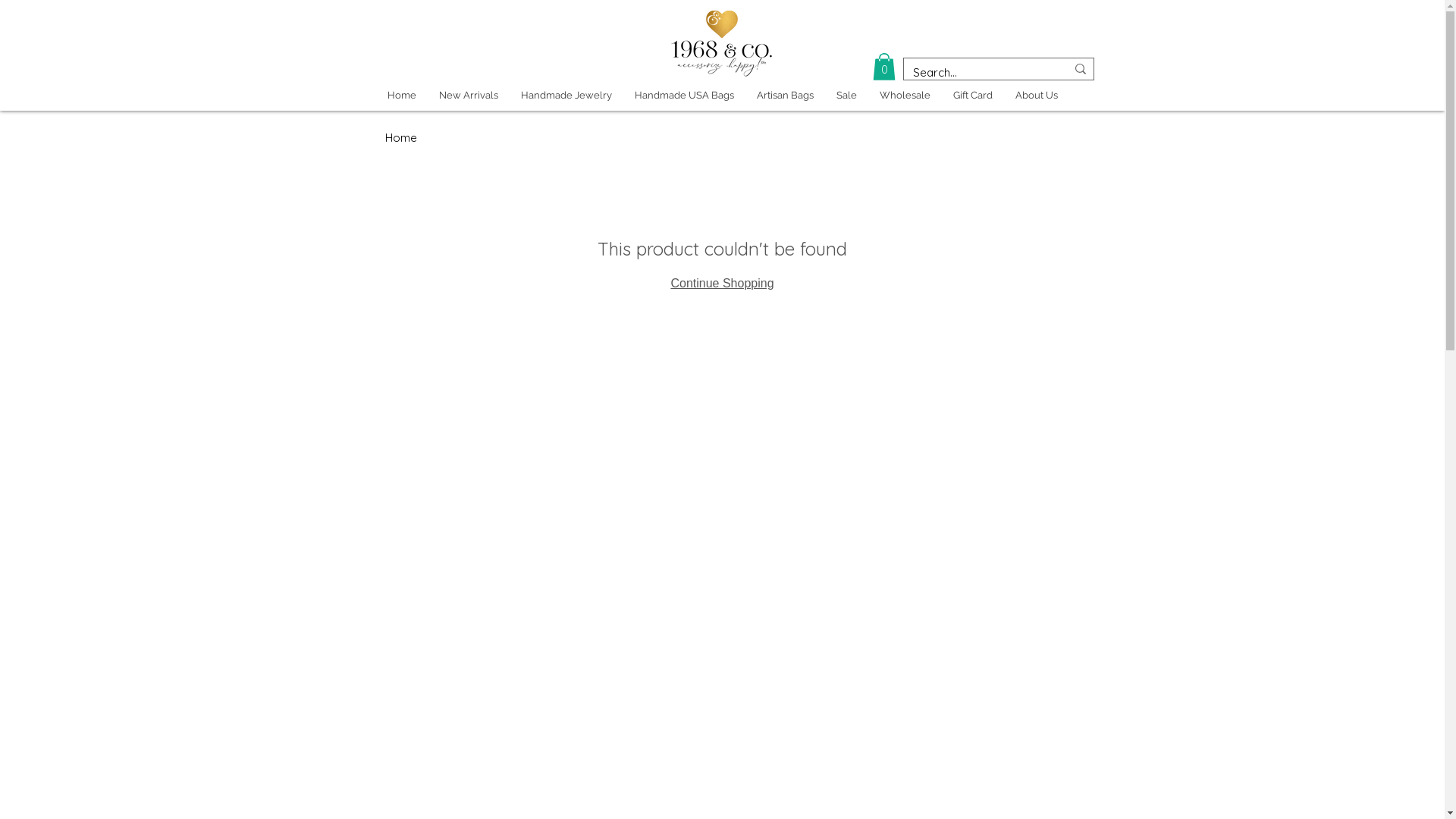 This screenshot has width=1456, height=819. I want to click on 'Continue Shopping', so click(669, 283).